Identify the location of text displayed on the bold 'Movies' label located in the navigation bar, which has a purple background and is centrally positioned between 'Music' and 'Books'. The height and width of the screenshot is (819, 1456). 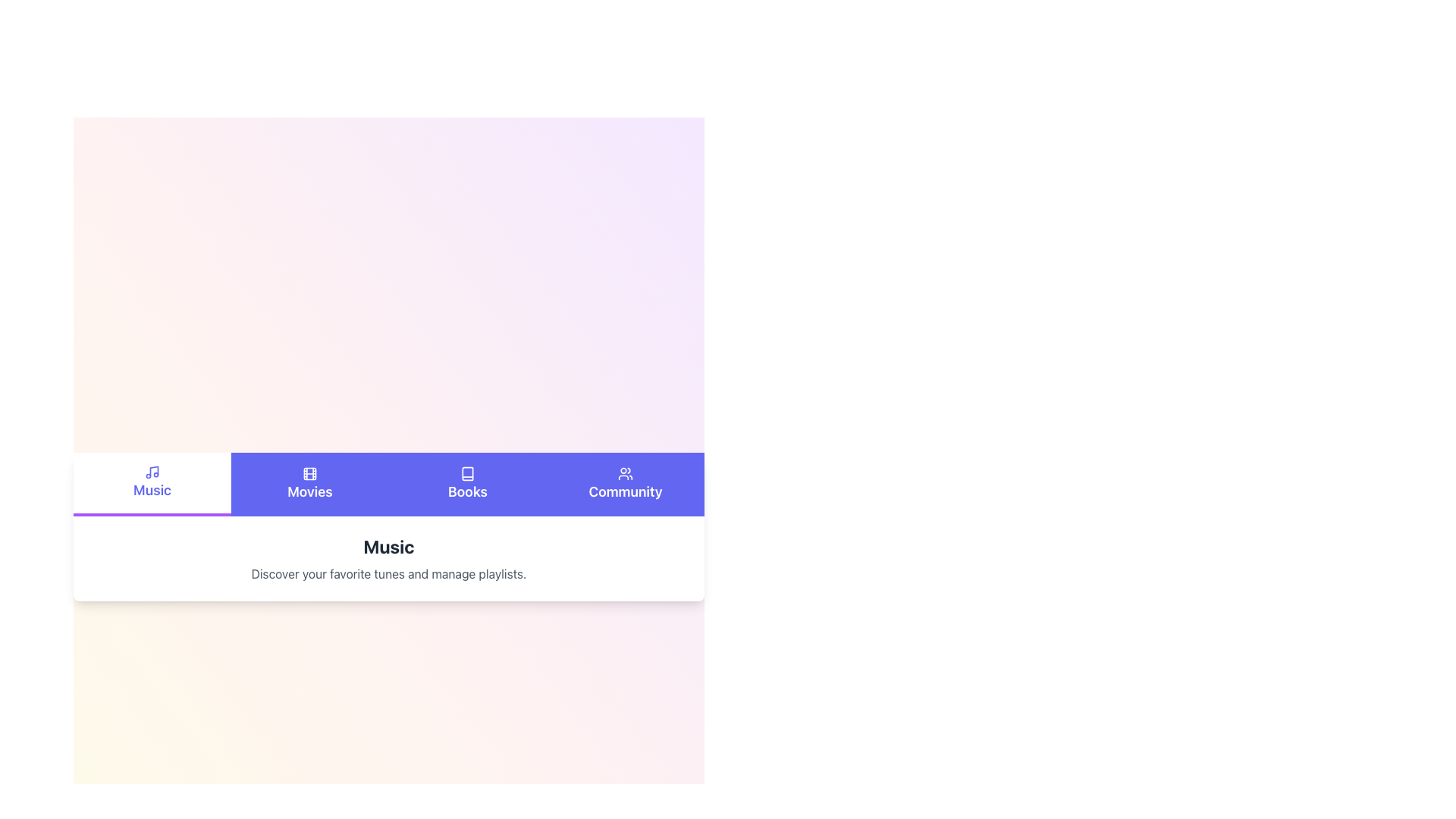
(309, 491).